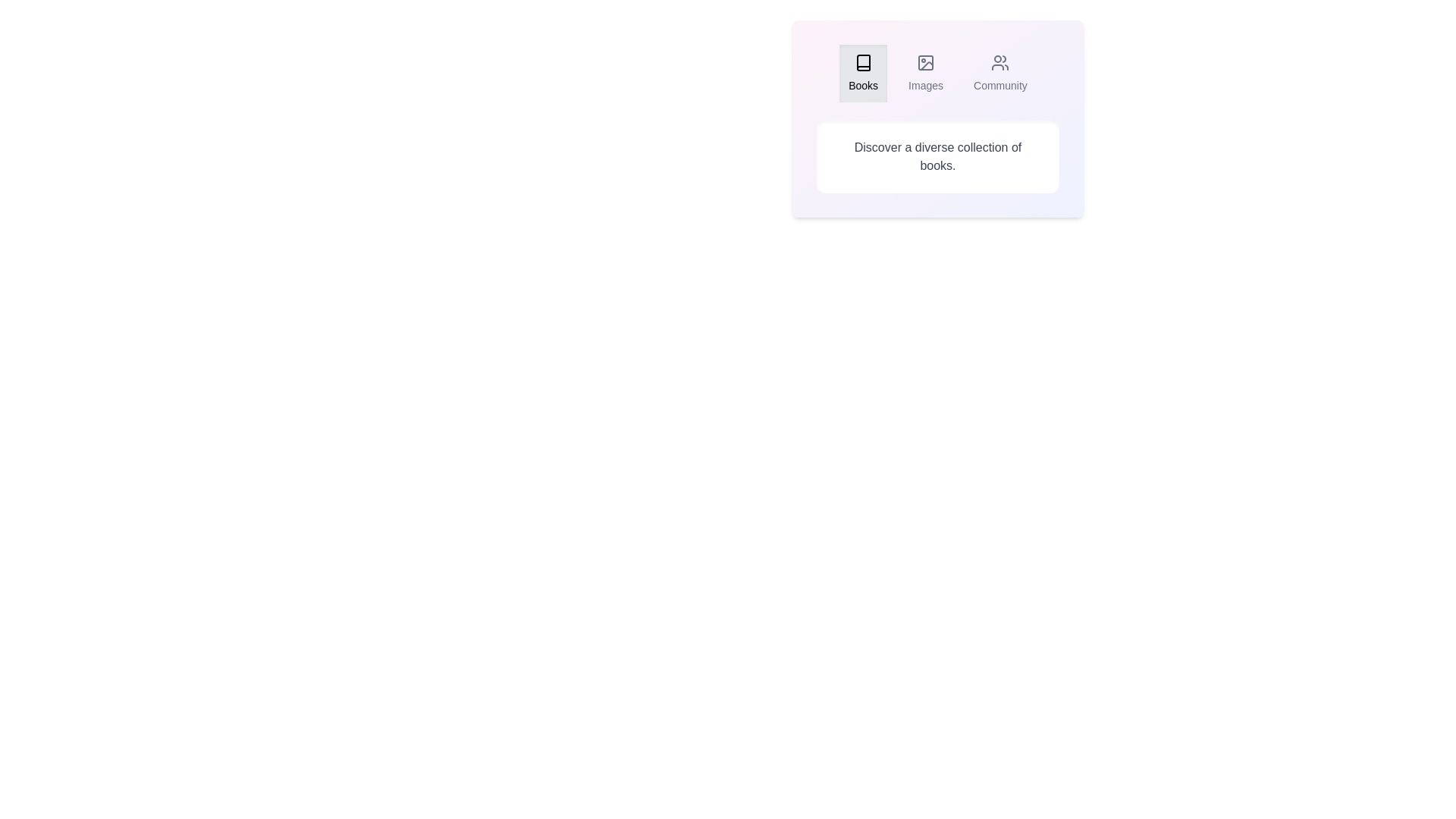  Describe the element at coordinates (863, 73) in the screenshot. I see `the Books tab by clicking on its button` at that location.